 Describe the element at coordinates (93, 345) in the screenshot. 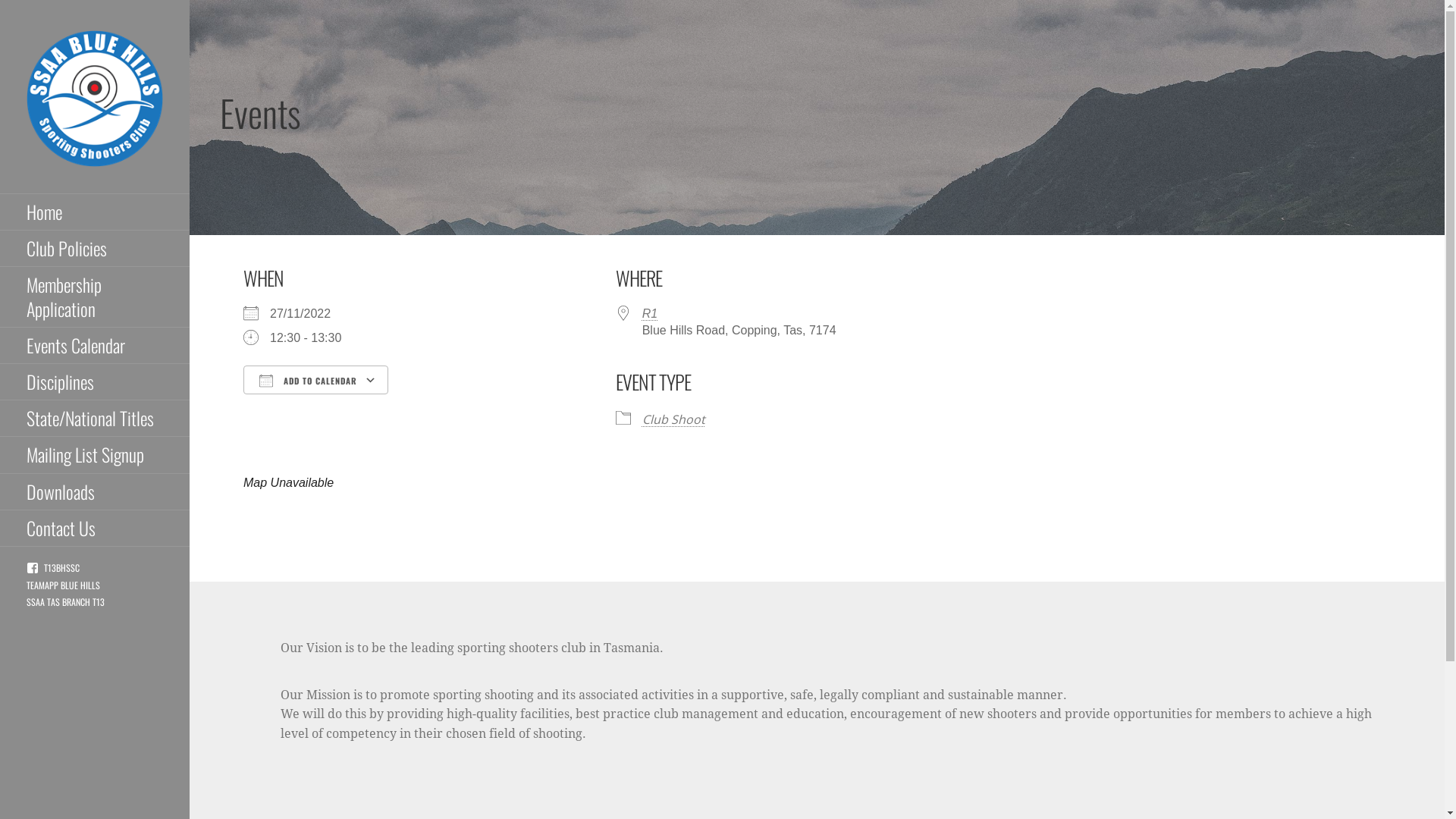

I see `'Events Calendar'` at that location.